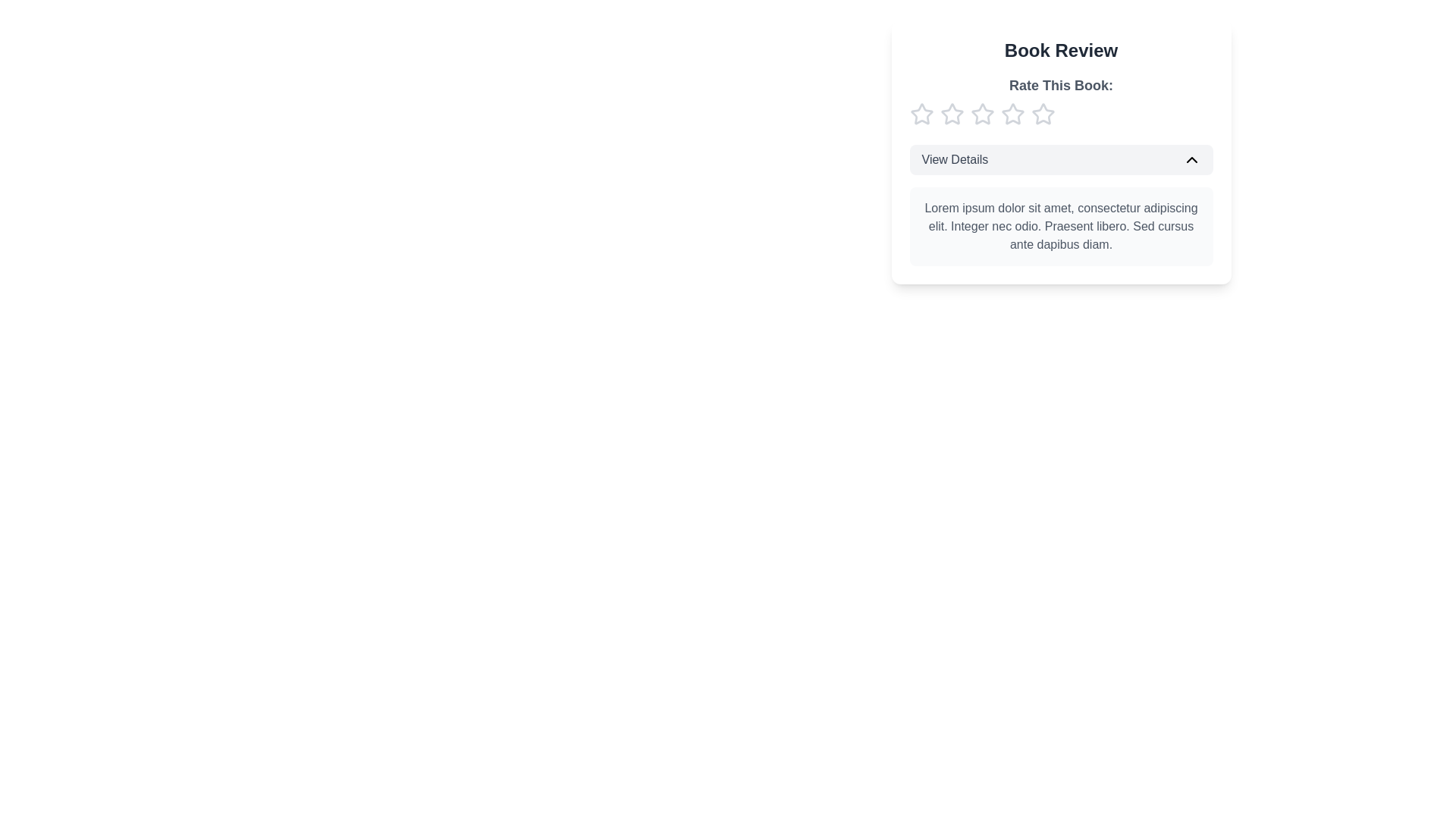 The height and width of the screenshot is (819, 1456). I want to click on the first star icon for rating, which is a hollow star-shaped icon in light gray color, located under the subtitle 'Rate This Book:' in the Book Review panel, so click(951, 113).